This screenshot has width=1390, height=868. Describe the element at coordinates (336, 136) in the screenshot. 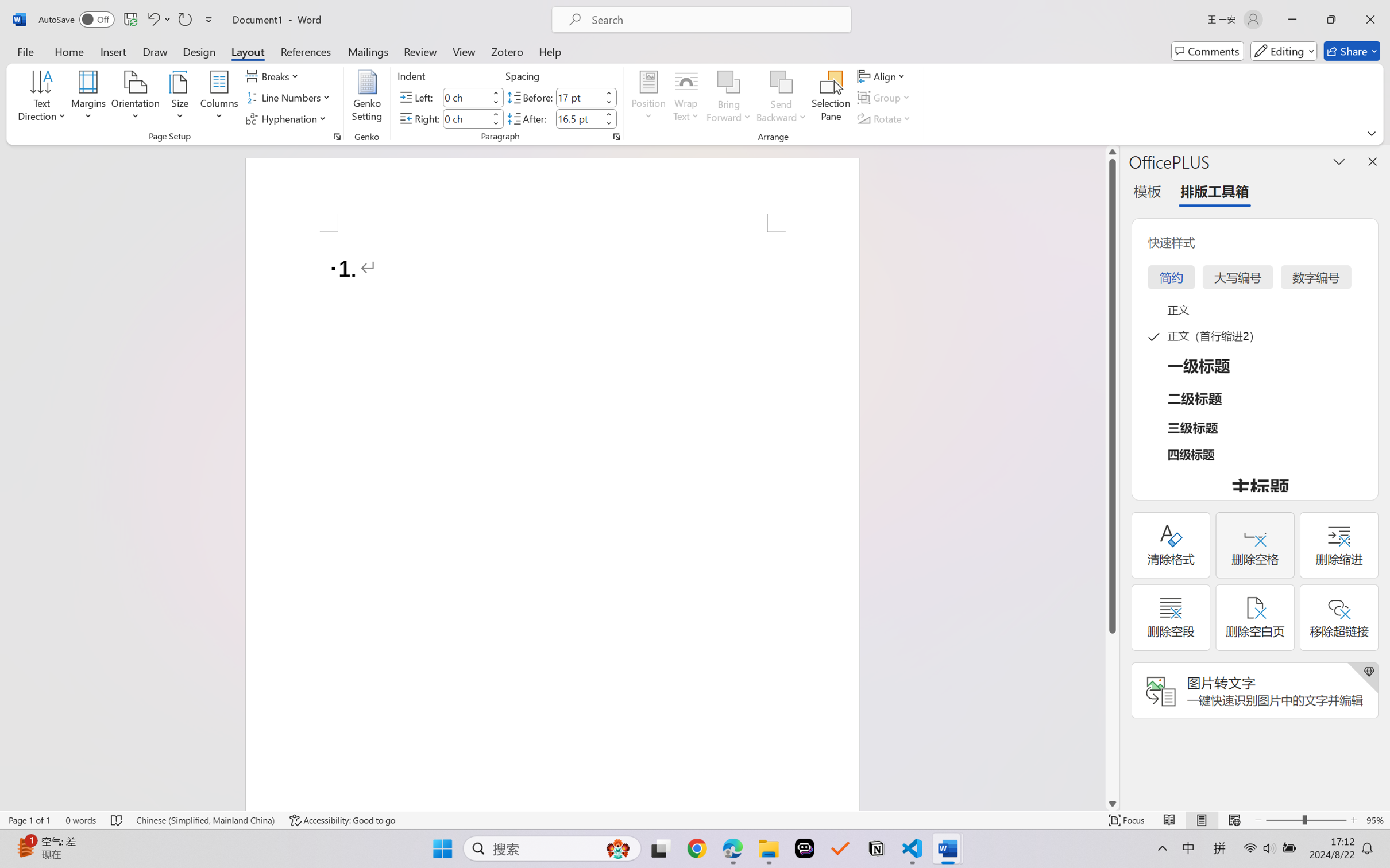

I see `'Page Setup...'` at that location.